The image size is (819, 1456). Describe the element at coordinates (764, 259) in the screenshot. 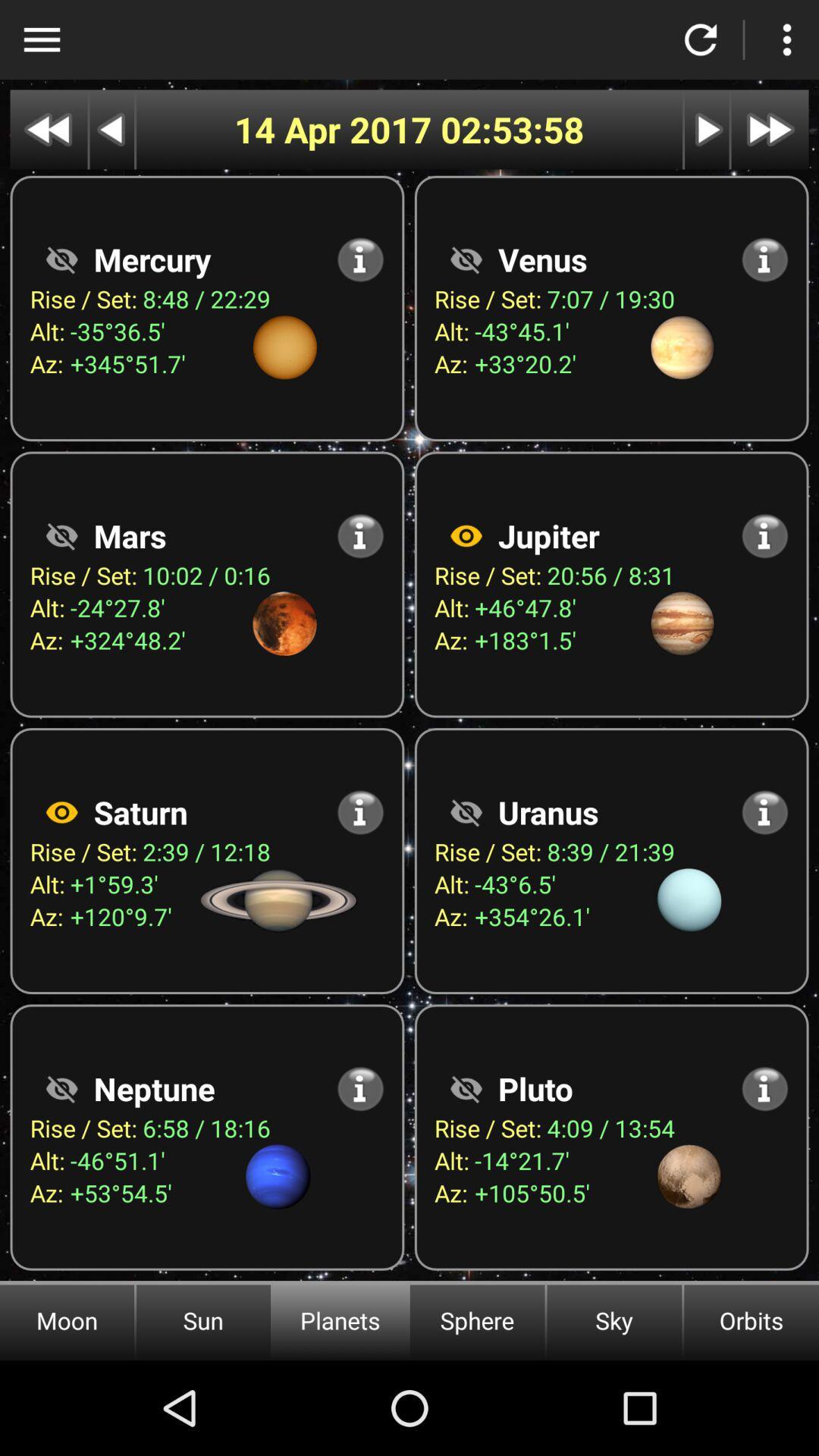

I see `additional information about venus` at that location.